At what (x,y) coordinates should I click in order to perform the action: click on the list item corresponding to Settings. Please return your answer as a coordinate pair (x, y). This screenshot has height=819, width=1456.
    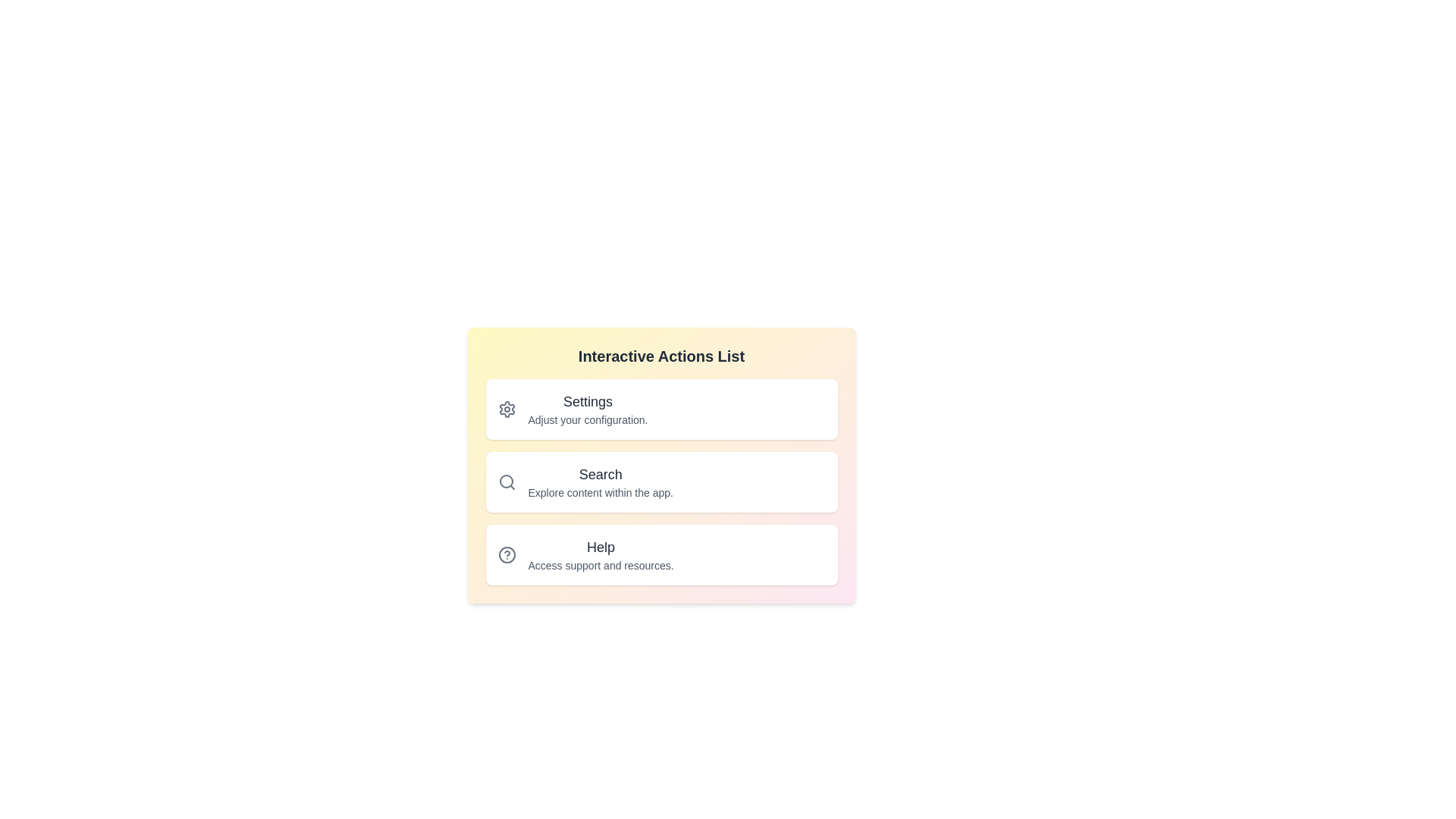
    Looking at the image, I should click on (661, 409).